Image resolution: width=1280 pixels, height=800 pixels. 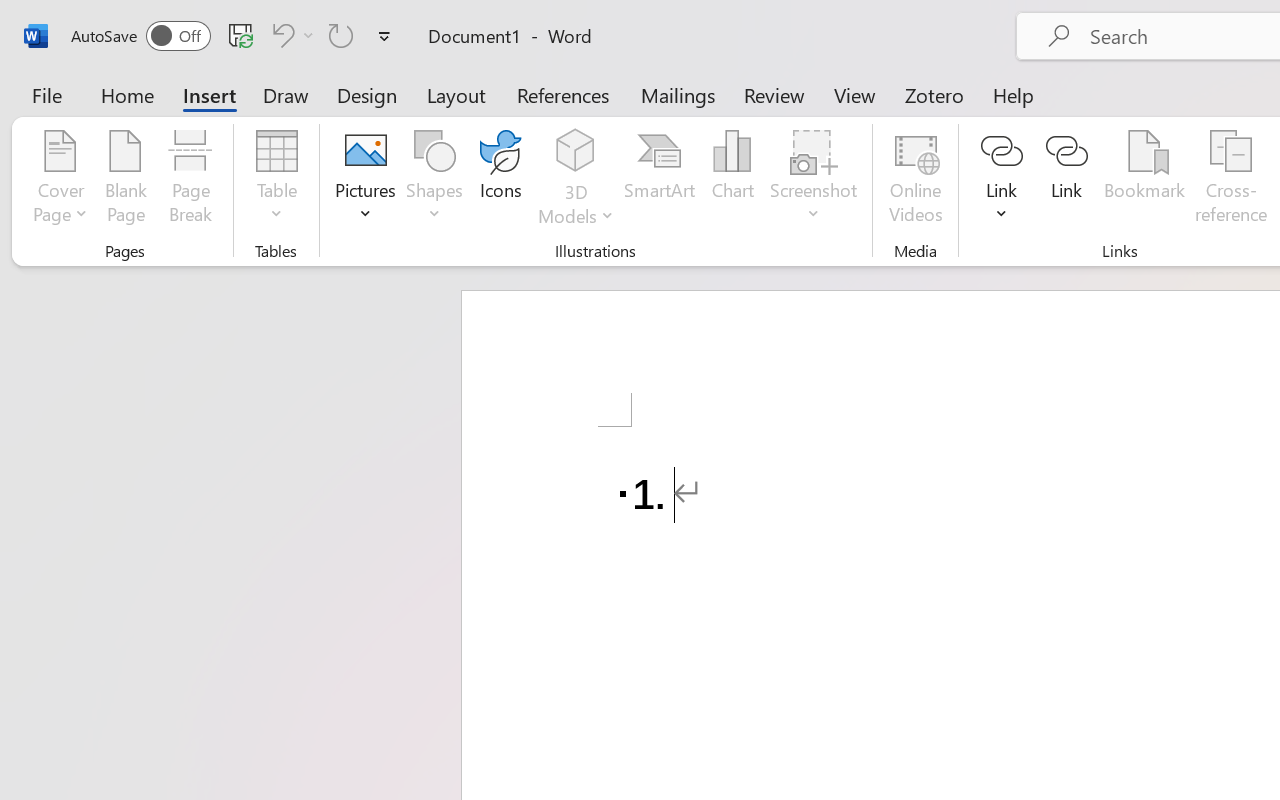 What do you see at coordinates (914, 179) in the screenshot?
I see `'Online Videos...'` at bounding box center [914, 179].